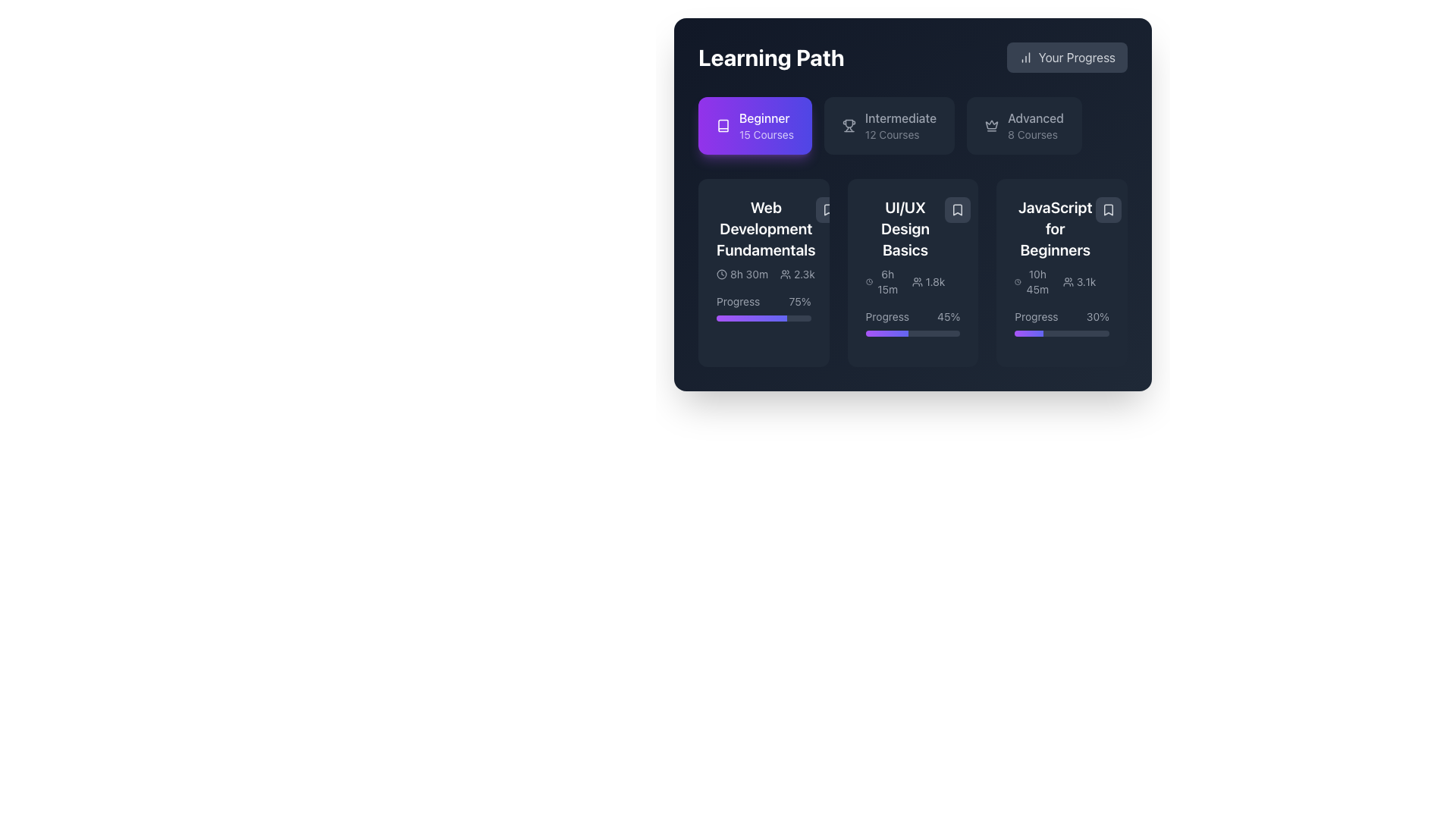 This screenshot has width=1456, height=819. What do you see at coordinates (729, 318) in the screenshot?
I see `the progress` at bounding box center [729, 318].